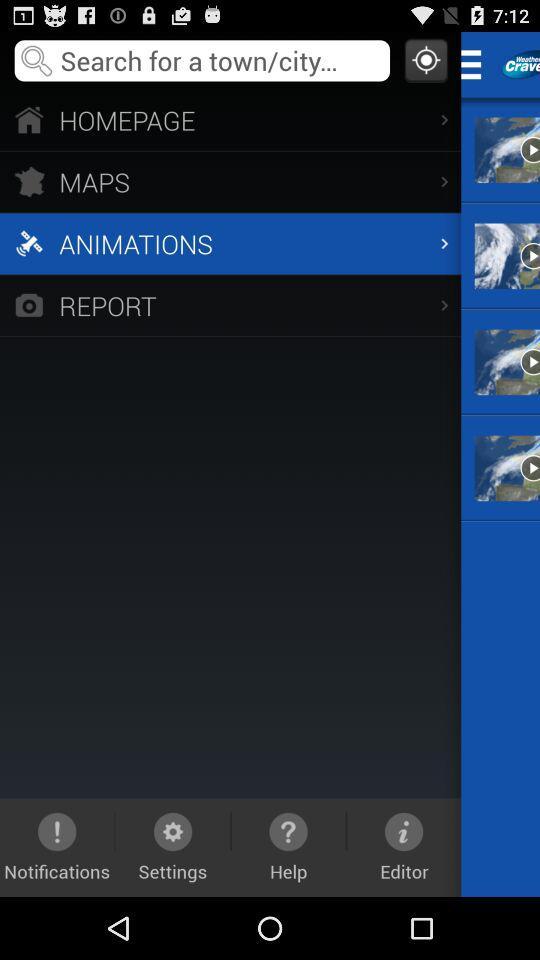  I want to click on report icon, so click(229, 305).